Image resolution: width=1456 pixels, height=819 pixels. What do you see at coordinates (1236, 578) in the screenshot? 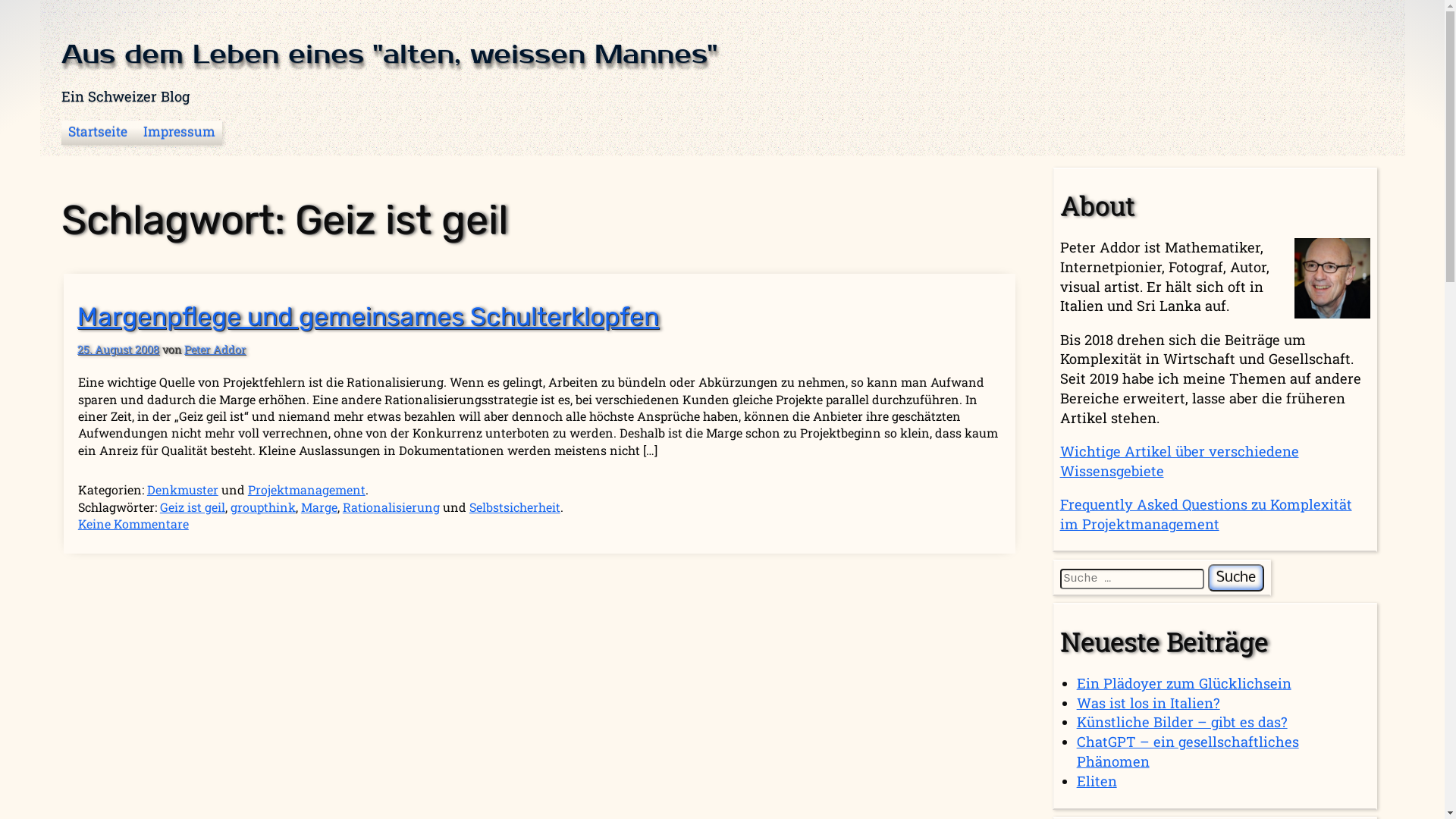
I see `'Suche'` at bounding box center [1236, 578].